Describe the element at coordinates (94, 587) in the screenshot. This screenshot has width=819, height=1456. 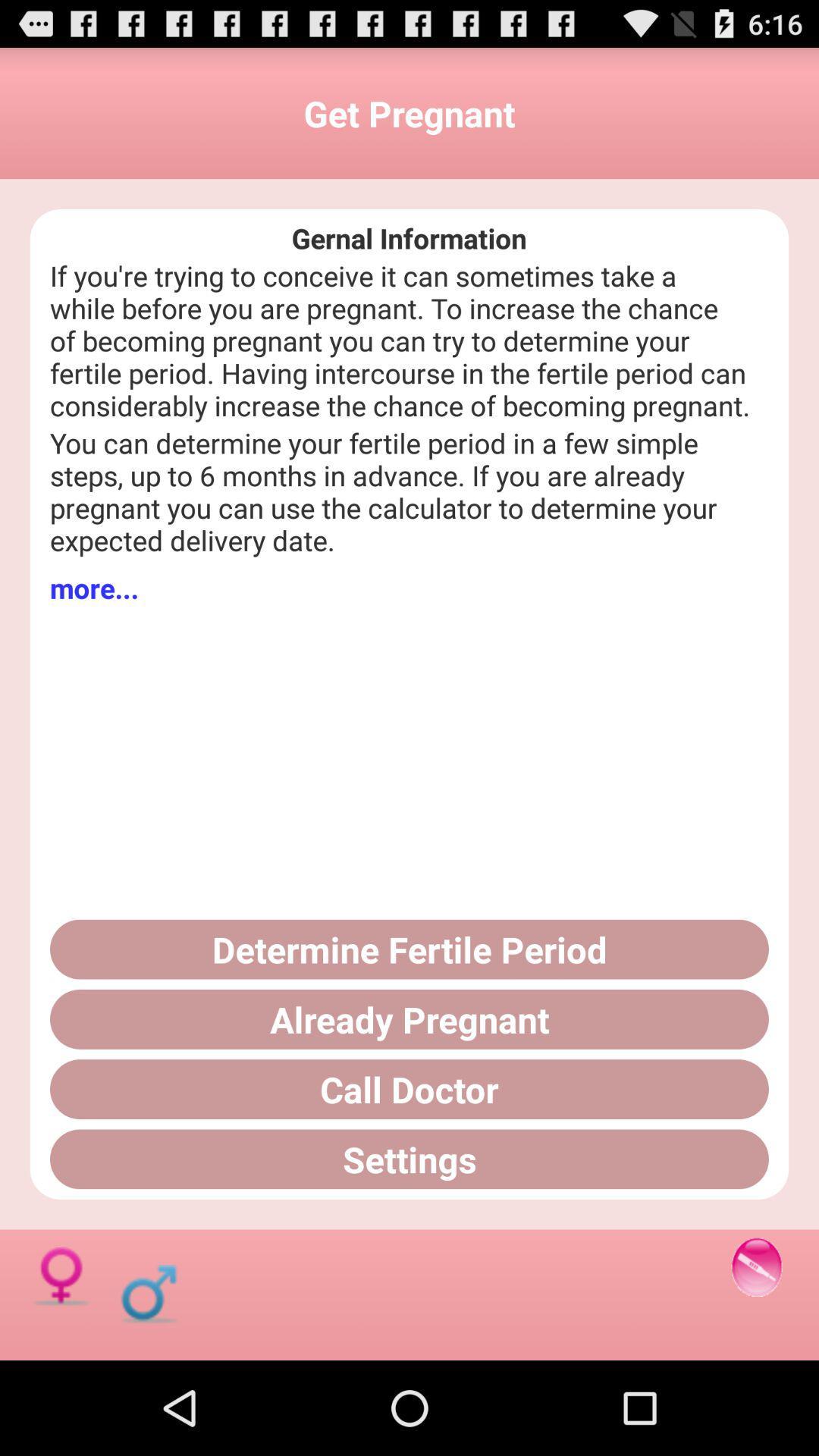
I see `the more... app` at that location.